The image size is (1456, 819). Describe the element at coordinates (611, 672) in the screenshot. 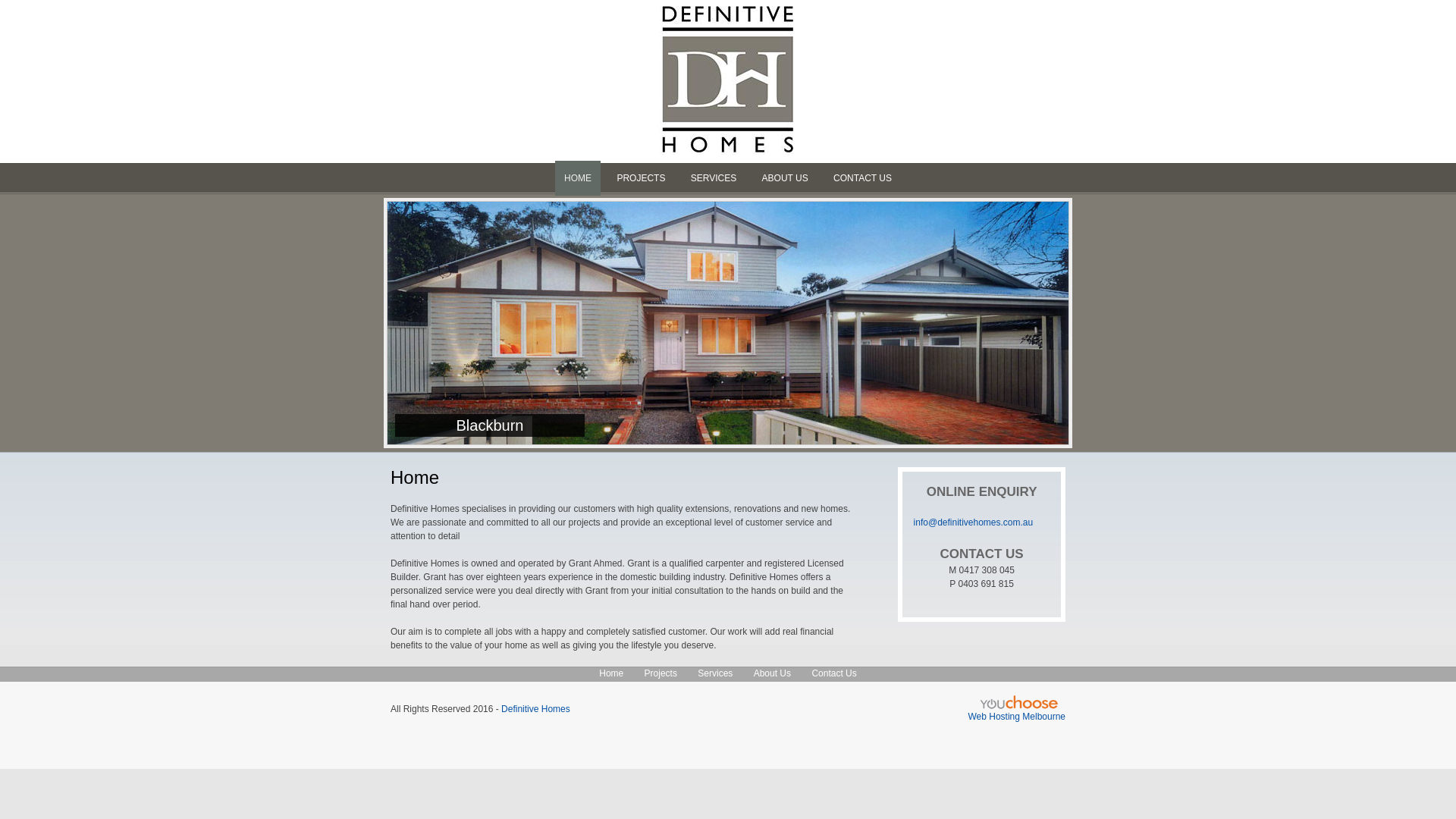

I see `'Home'` at that location.